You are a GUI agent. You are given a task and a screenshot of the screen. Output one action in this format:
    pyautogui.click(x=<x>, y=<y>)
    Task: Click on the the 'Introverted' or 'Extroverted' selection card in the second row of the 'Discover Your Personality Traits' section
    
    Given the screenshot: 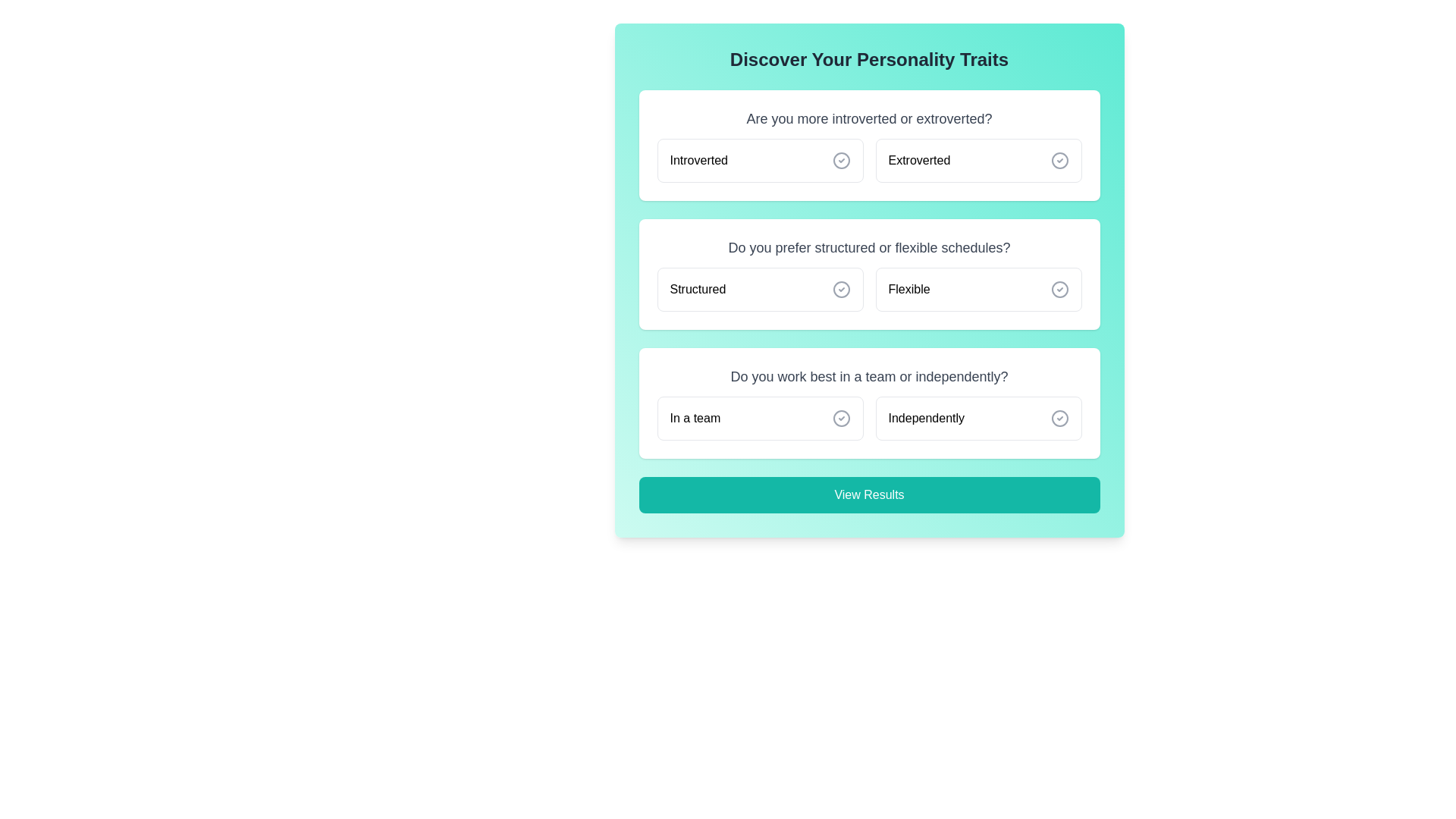 What is the action you would take?
    pyautogui.click(x=869, y=161)
    